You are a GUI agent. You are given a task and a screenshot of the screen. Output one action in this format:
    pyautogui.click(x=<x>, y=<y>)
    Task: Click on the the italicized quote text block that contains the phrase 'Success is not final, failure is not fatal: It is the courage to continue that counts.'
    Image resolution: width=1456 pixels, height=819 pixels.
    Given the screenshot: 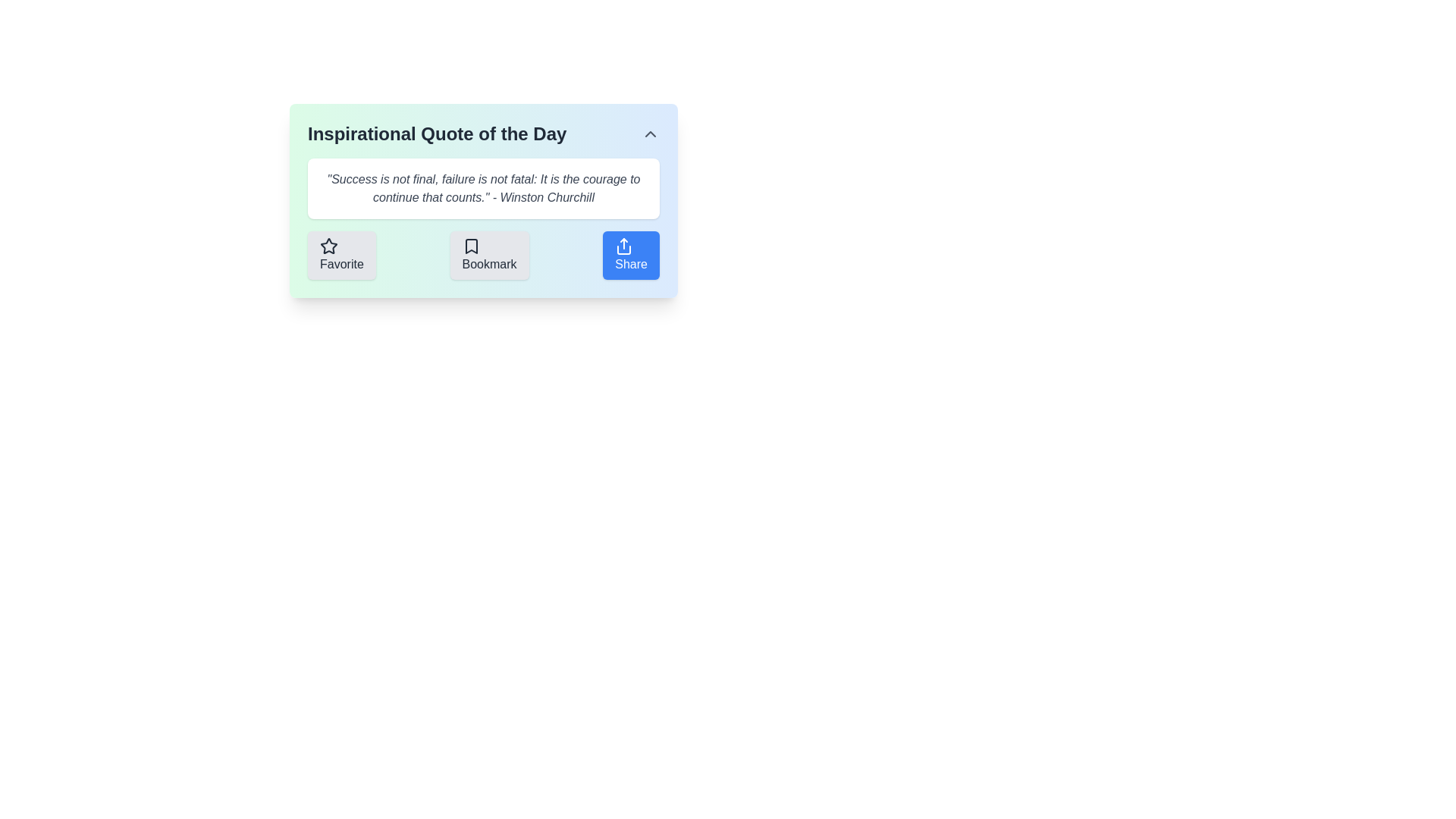 What is the action you would take?
    pyautogui.click(x=483, y=188)
    